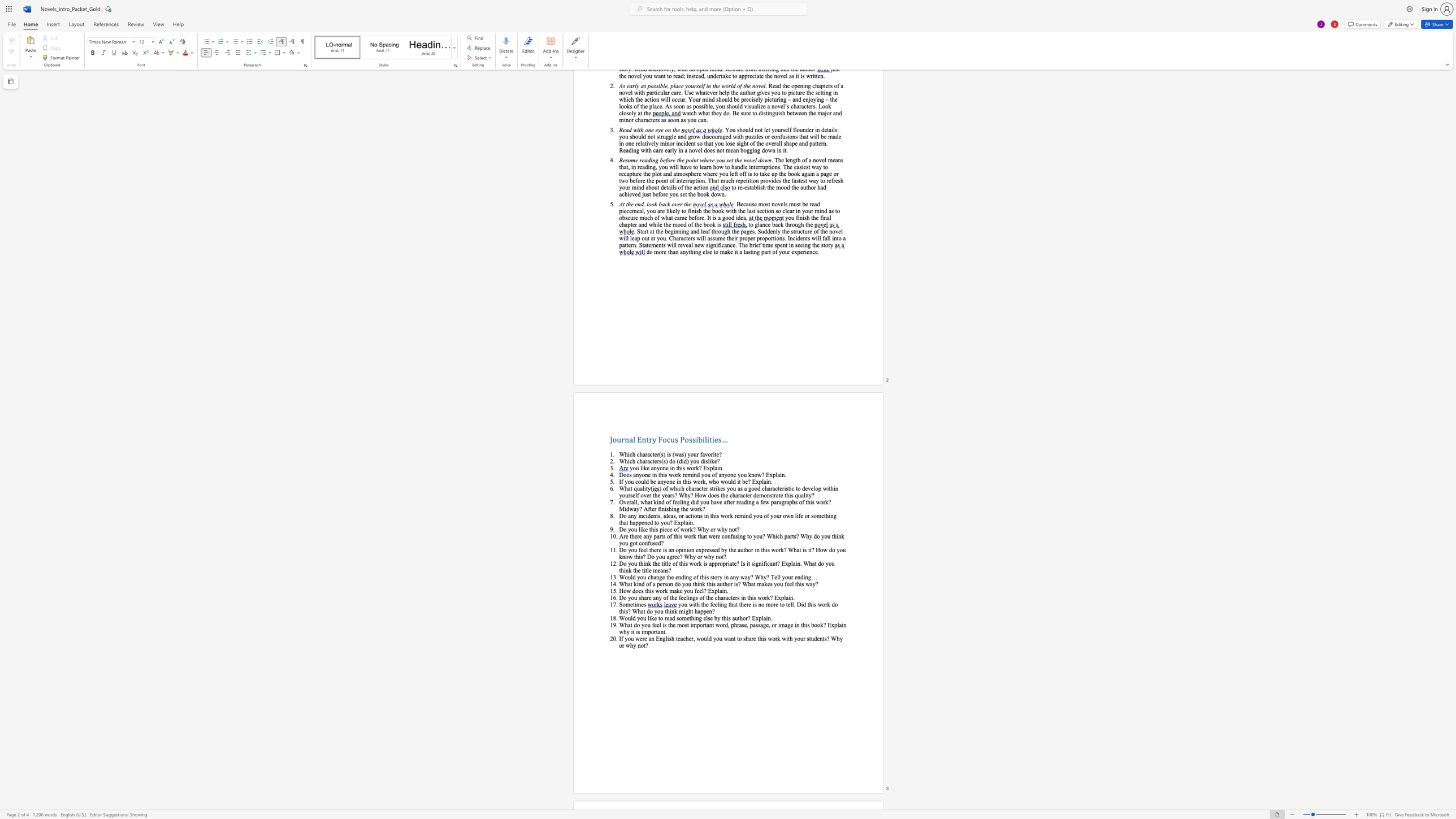 The image size is (1456, 819). Describe the element at coordinates (769, 474) in the screenshot. I see `the subset text "xplain." within the text "Does anyone in this work remind you of anyone you know? Explain."` at that location.